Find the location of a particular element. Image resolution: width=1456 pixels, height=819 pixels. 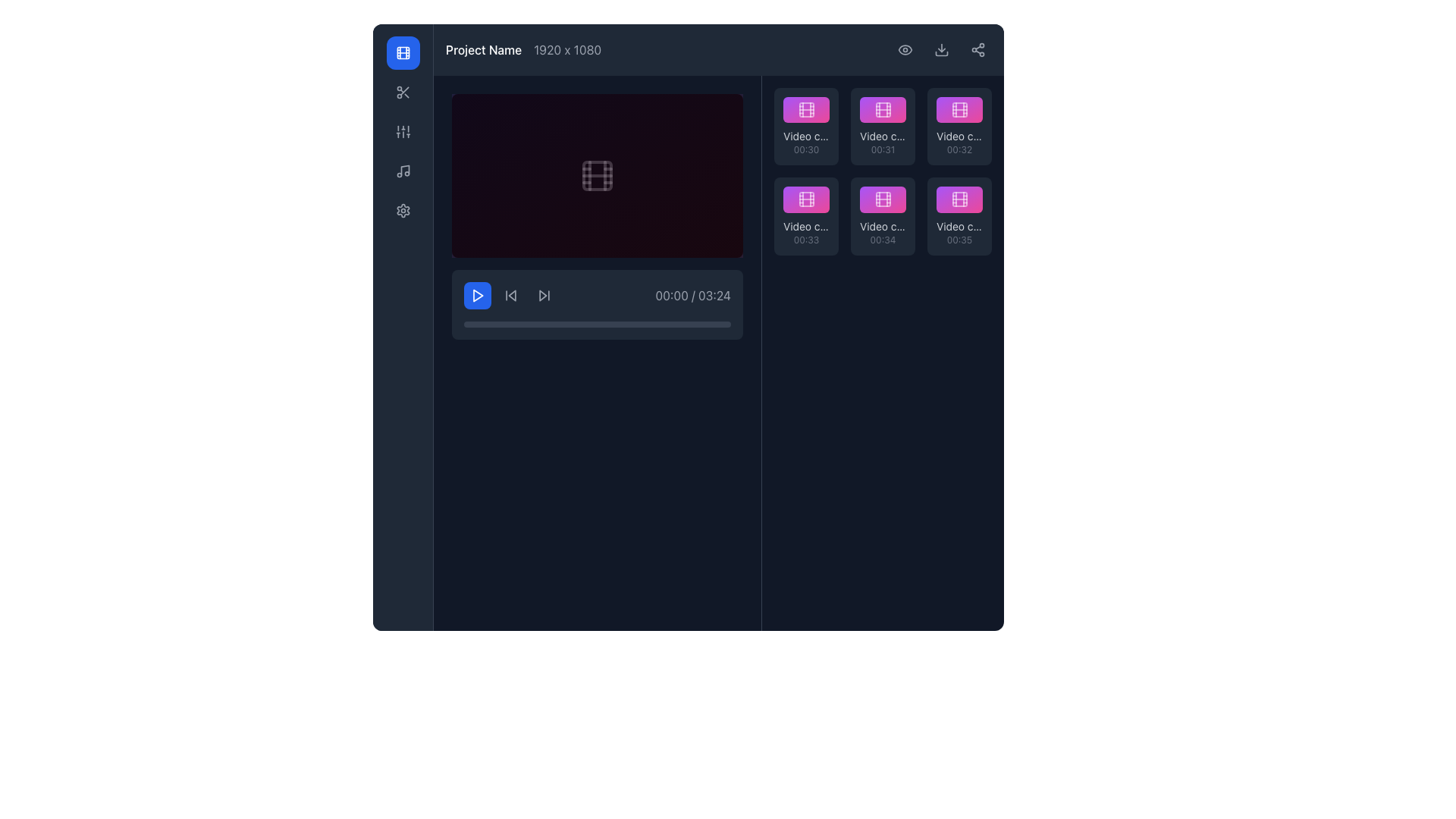

the small rounded rectangle icon with a pinkish hue located in the bottom-right tile of the video clip labeled '00:35' to initiate an action related to the video clip is located at coordinates (959, 199).